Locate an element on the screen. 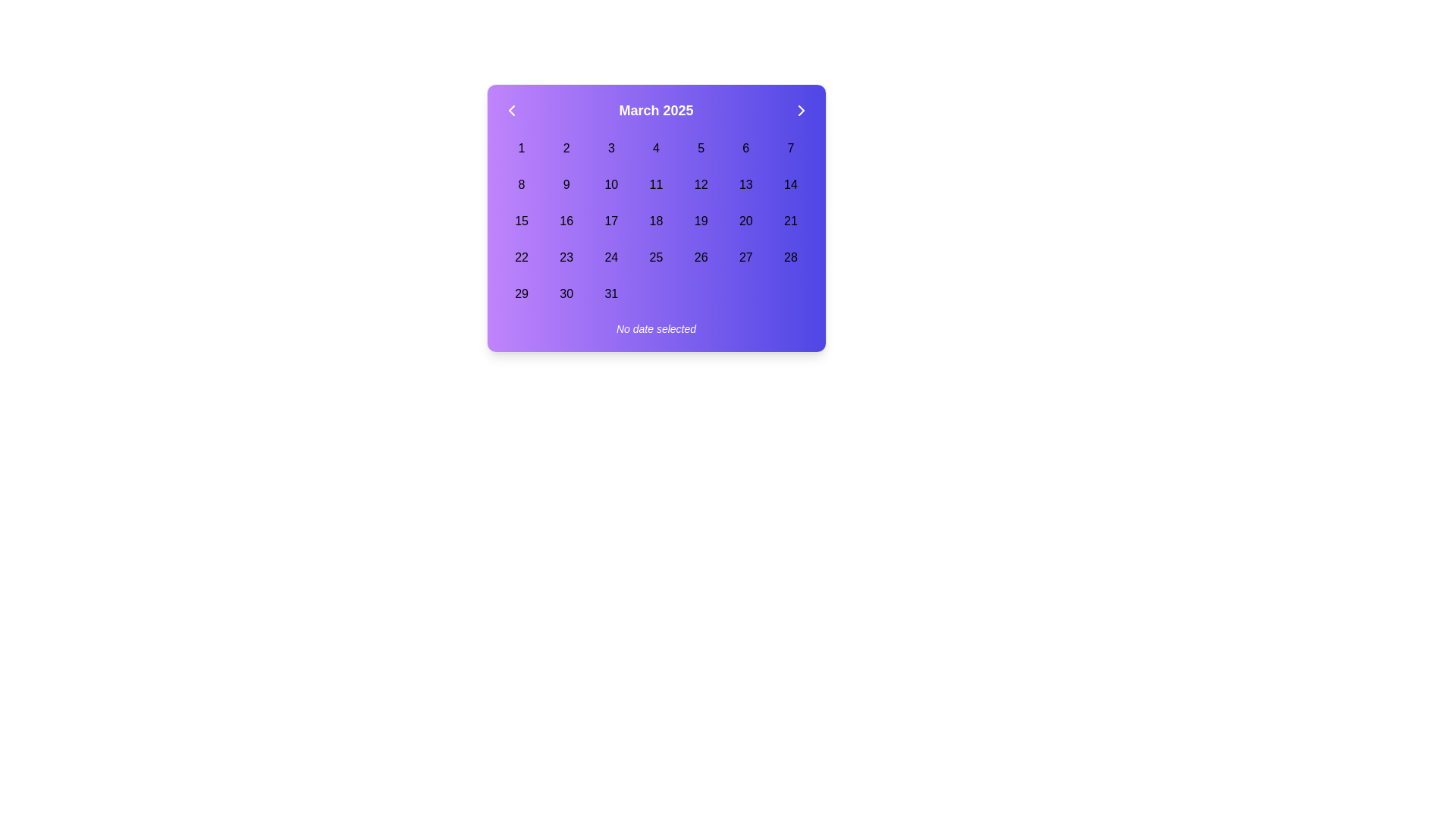 This screenshot has width=1456, height=819. the calendar button representing the 29th of March 2025, located in the last row and first column of the calendar grid is located at coordinates (522, 294).